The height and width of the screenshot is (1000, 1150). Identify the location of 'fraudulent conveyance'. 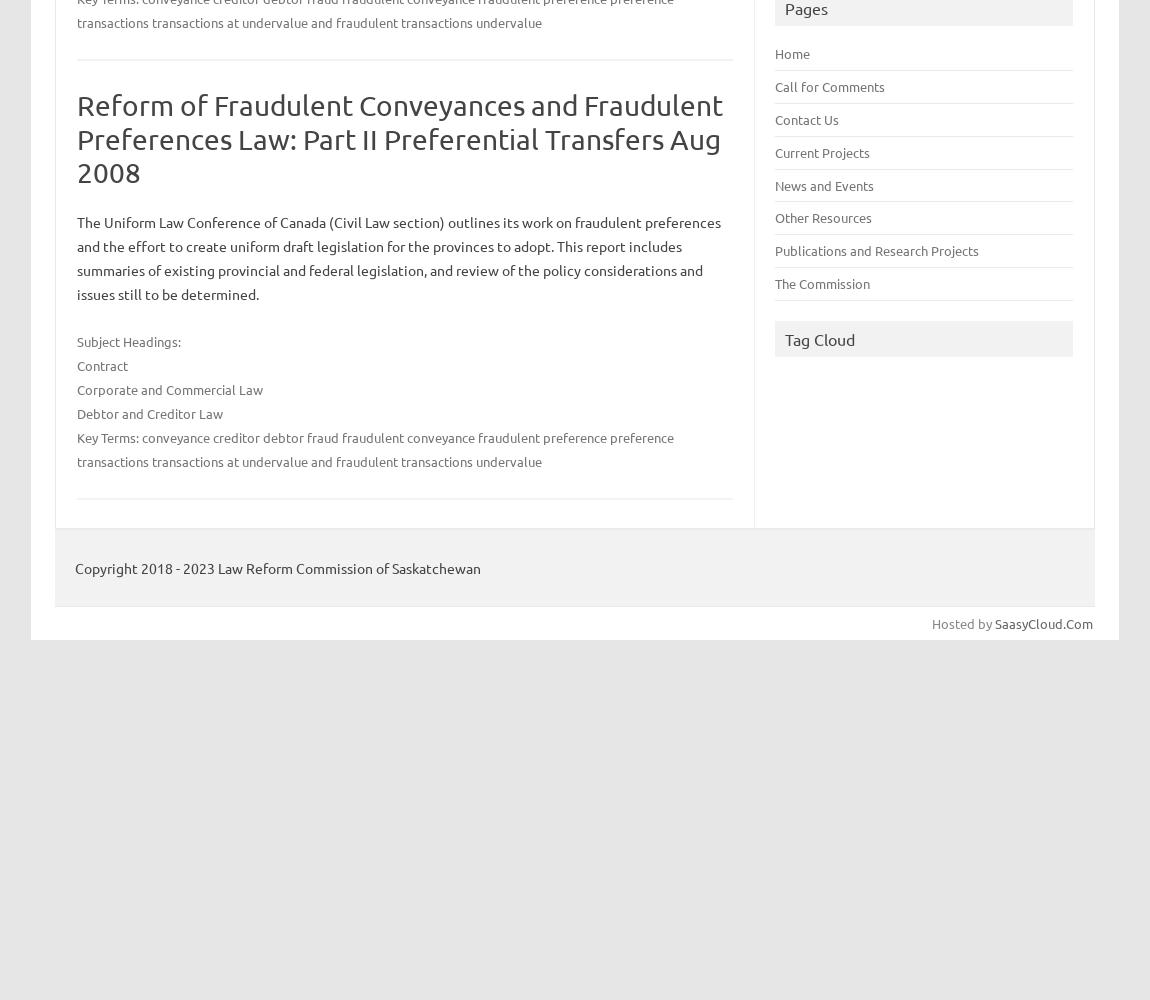
(407, 436).